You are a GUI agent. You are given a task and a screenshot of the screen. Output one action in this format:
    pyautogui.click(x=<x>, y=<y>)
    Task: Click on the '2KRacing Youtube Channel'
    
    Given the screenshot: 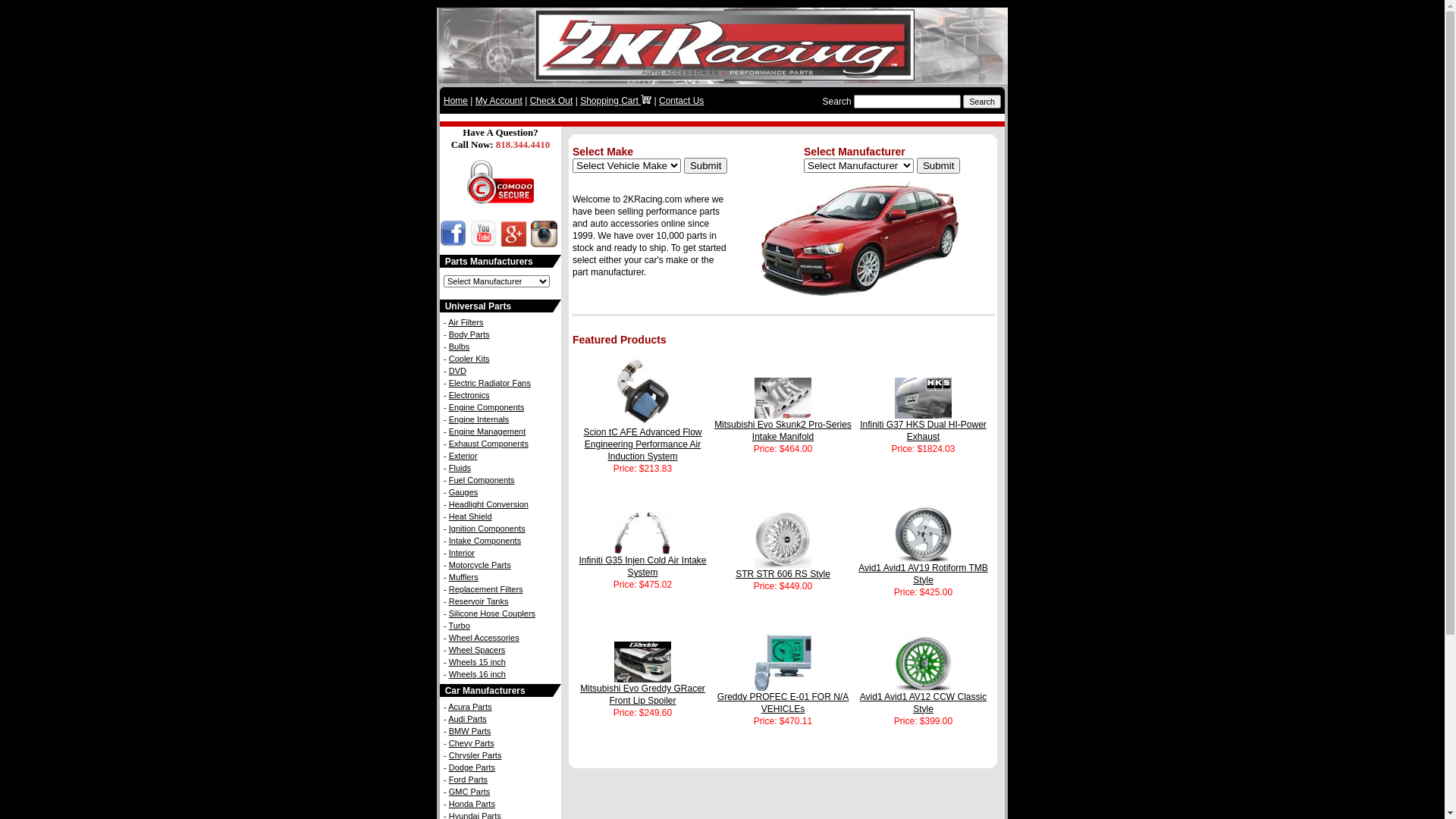 What is the action you would take?
    pyautogui.click(x=480, y=242)
    